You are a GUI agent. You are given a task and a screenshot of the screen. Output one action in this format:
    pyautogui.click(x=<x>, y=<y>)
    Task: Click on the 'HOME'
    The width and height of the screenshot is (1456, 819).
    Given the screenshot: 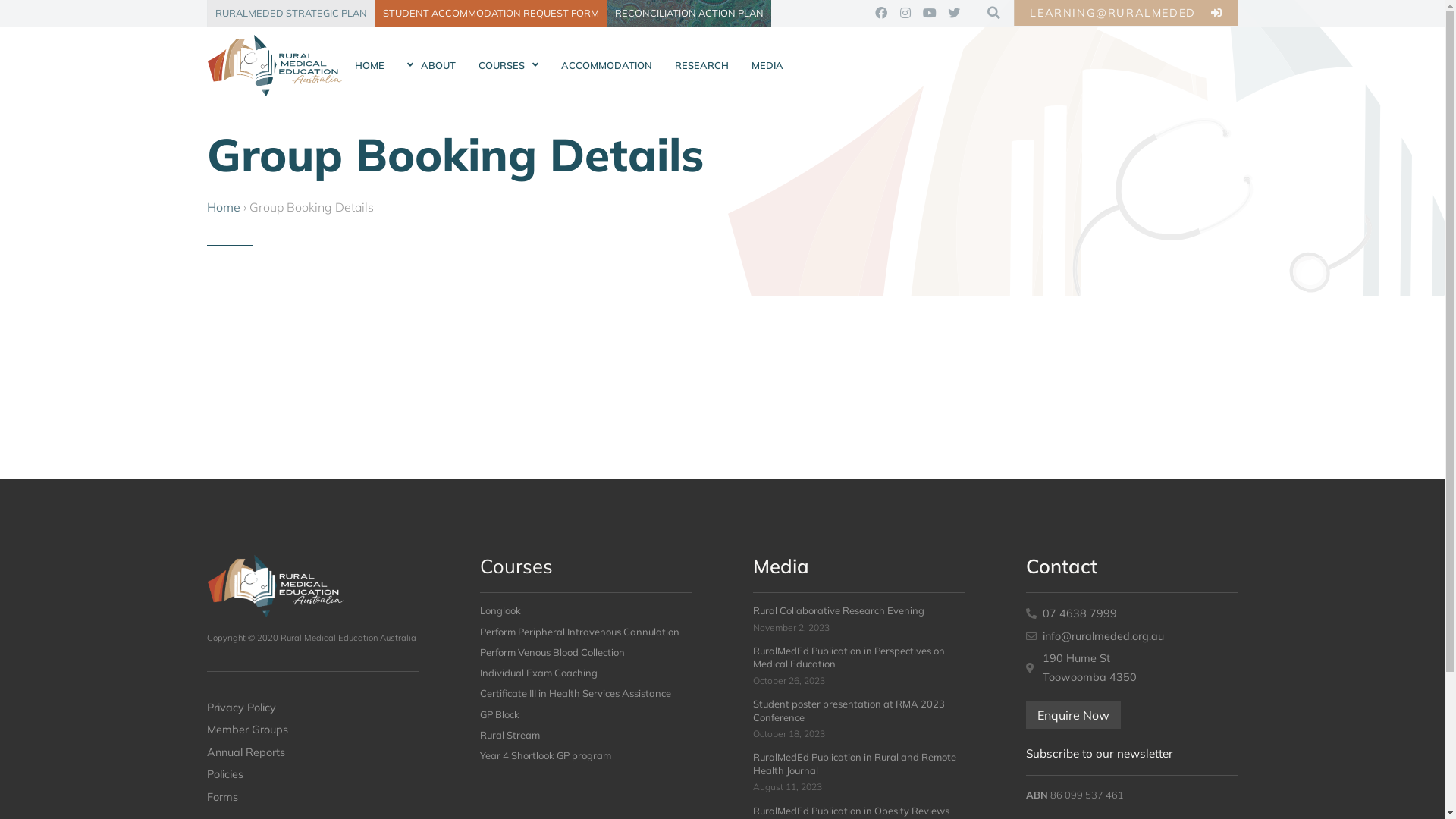 What is the action you would take?
    pyautogui.click(x=369, y=65)
    